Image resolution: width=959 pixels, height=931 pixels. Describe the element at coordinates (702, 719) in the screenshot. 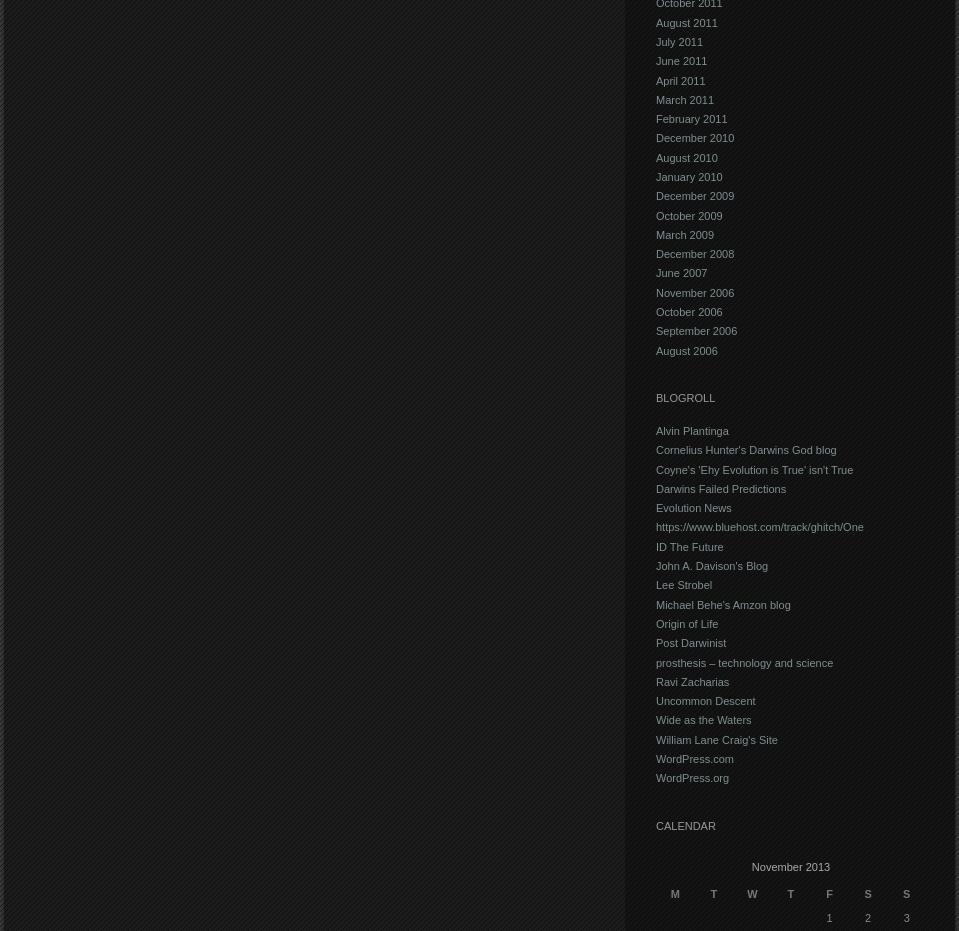

I see `'Wide as the Waters'` at that location.